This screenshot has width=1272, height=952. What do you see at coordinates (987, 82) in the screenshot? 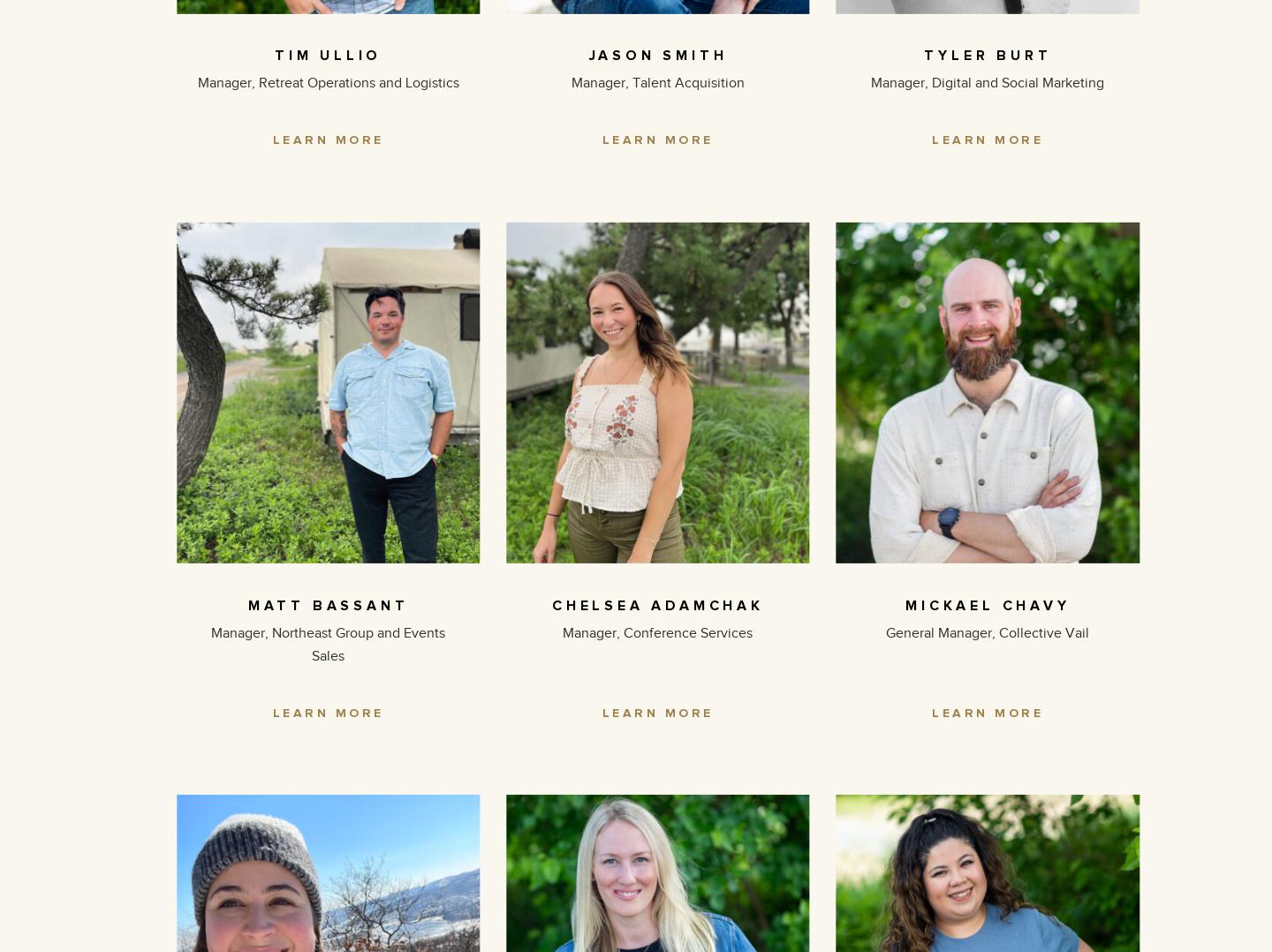
I see `'Manager, Digital and Social Marketing'` at bounding box center [987, 82].